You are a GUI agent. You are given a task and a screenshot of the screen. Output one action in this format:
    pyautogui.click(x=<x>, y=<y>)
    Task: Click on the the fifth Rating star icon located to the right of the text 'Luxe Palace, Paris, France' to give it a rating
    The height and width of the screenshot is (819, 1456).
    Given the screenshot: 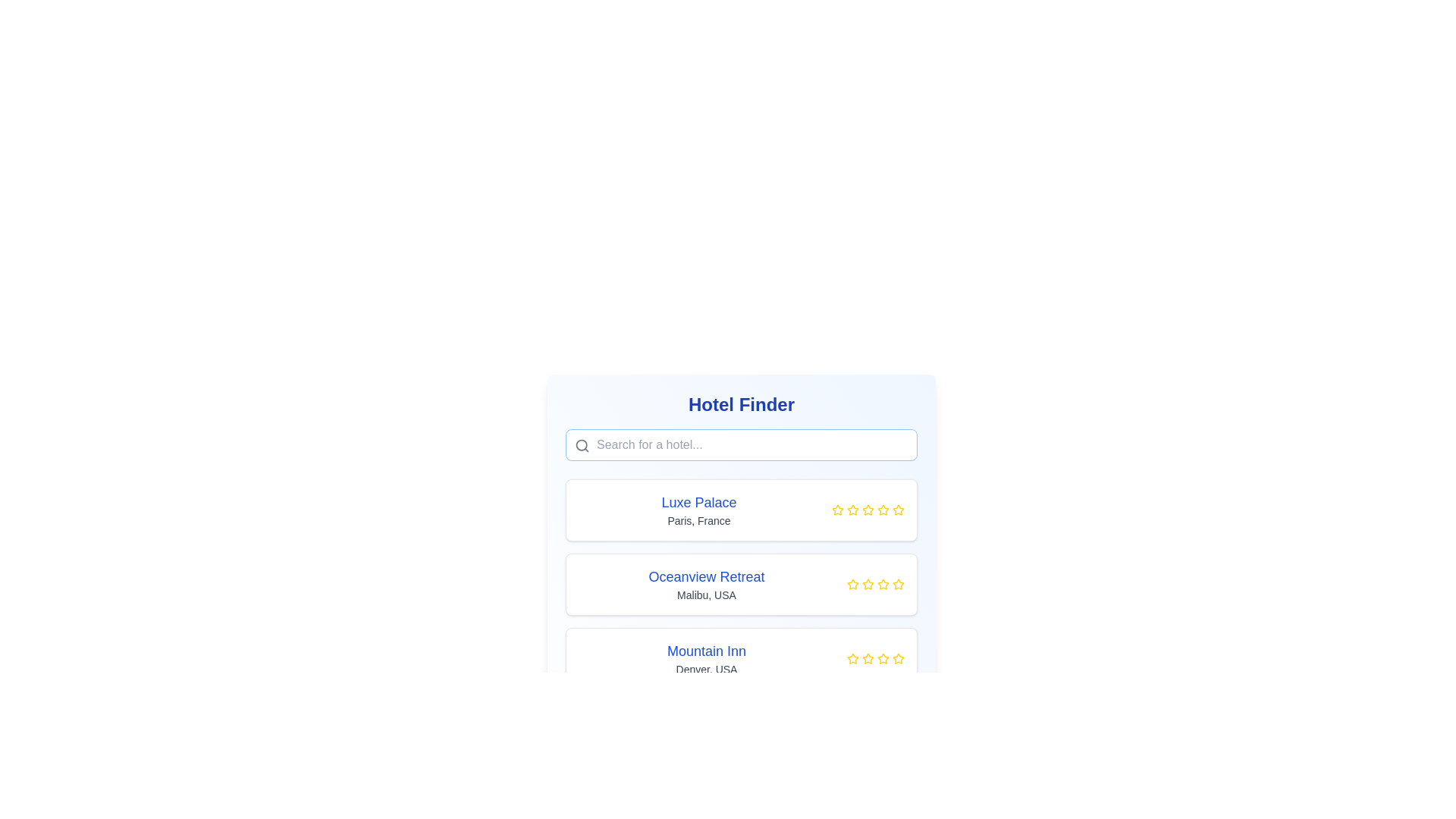 What is the action you would take?
    pyautogui.click(x=868, y=510)
    